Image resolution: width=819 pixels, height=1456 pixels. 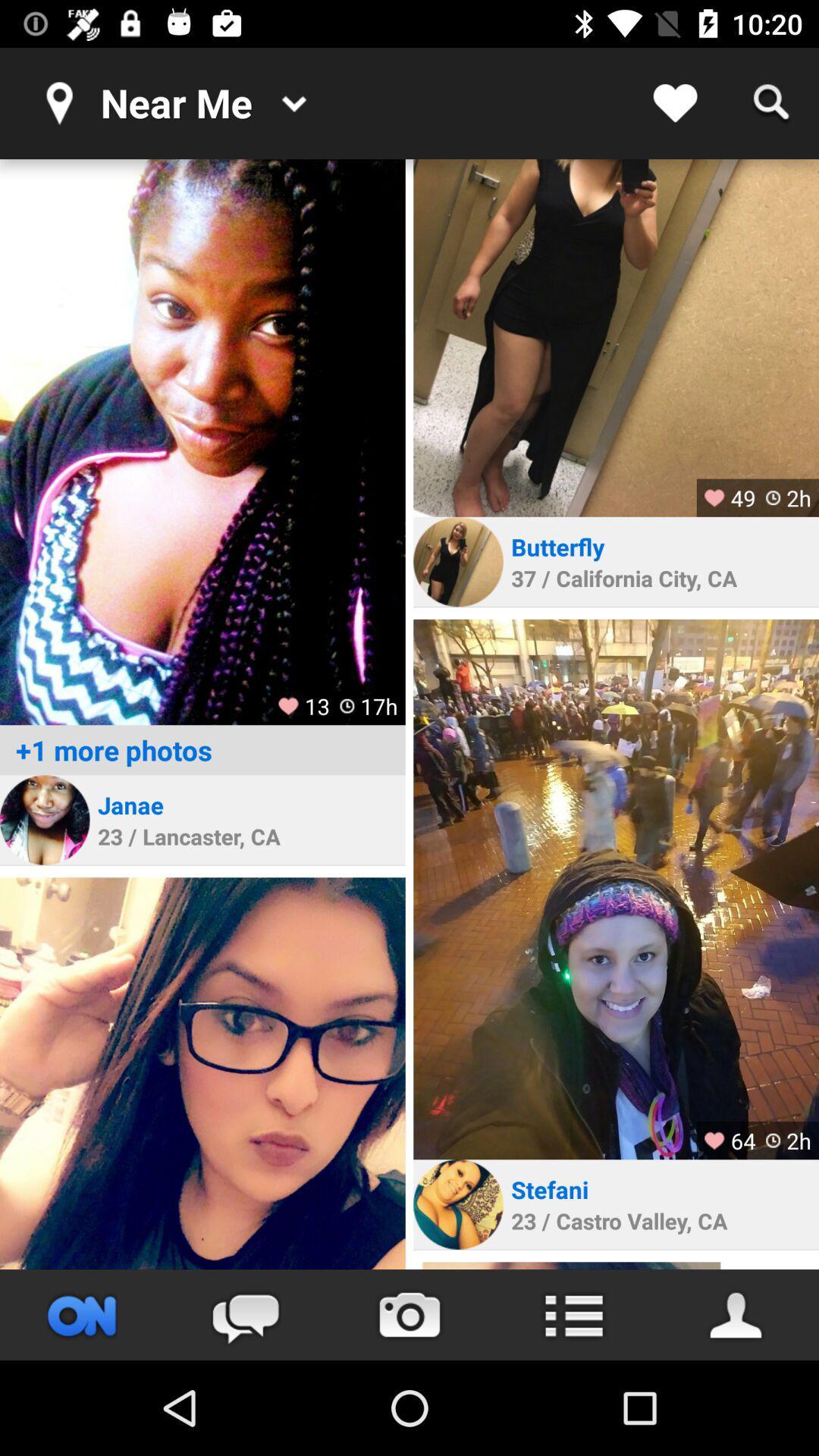 What do you see at coordinates (573, 1314) in the screenshot?
I see `open menu` at bounding box center [573, 1314].